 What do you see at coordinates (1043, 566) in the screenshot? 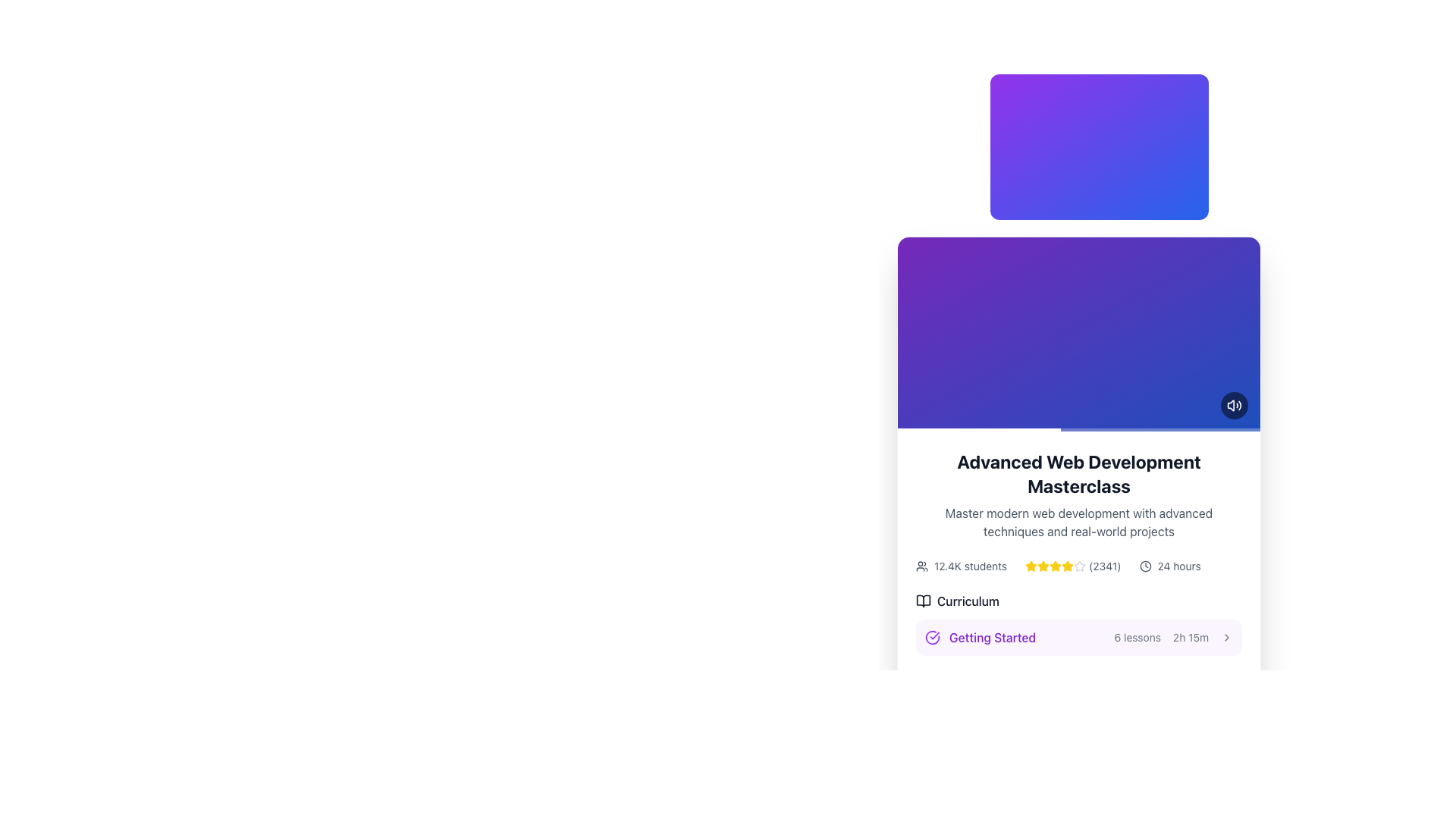
I see `the second star icon in the rating display below the title 'Advanced Web Development Masterclass'` at bounding box center [1043, 566].